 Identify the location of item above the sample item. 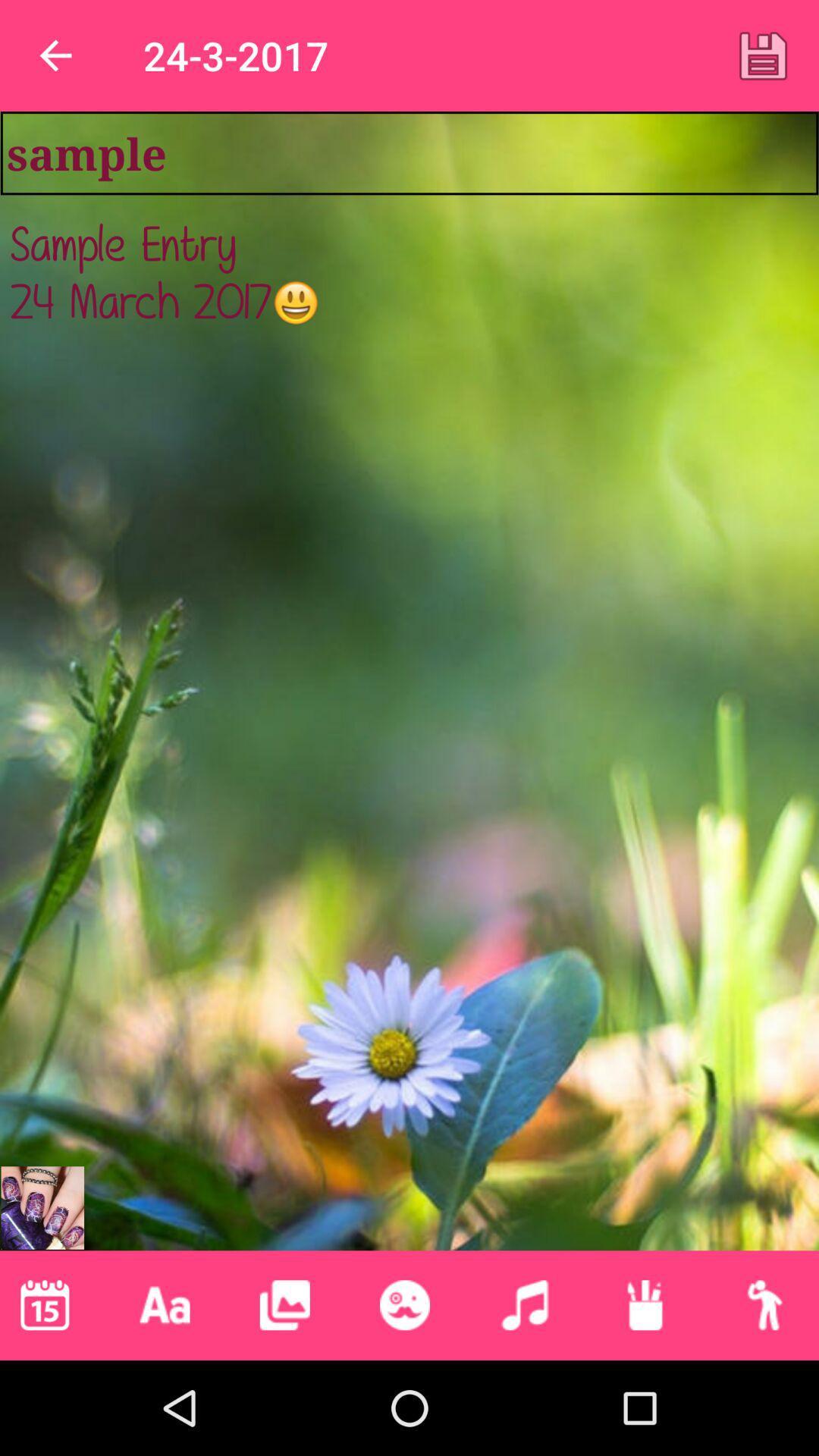
(55, 55).